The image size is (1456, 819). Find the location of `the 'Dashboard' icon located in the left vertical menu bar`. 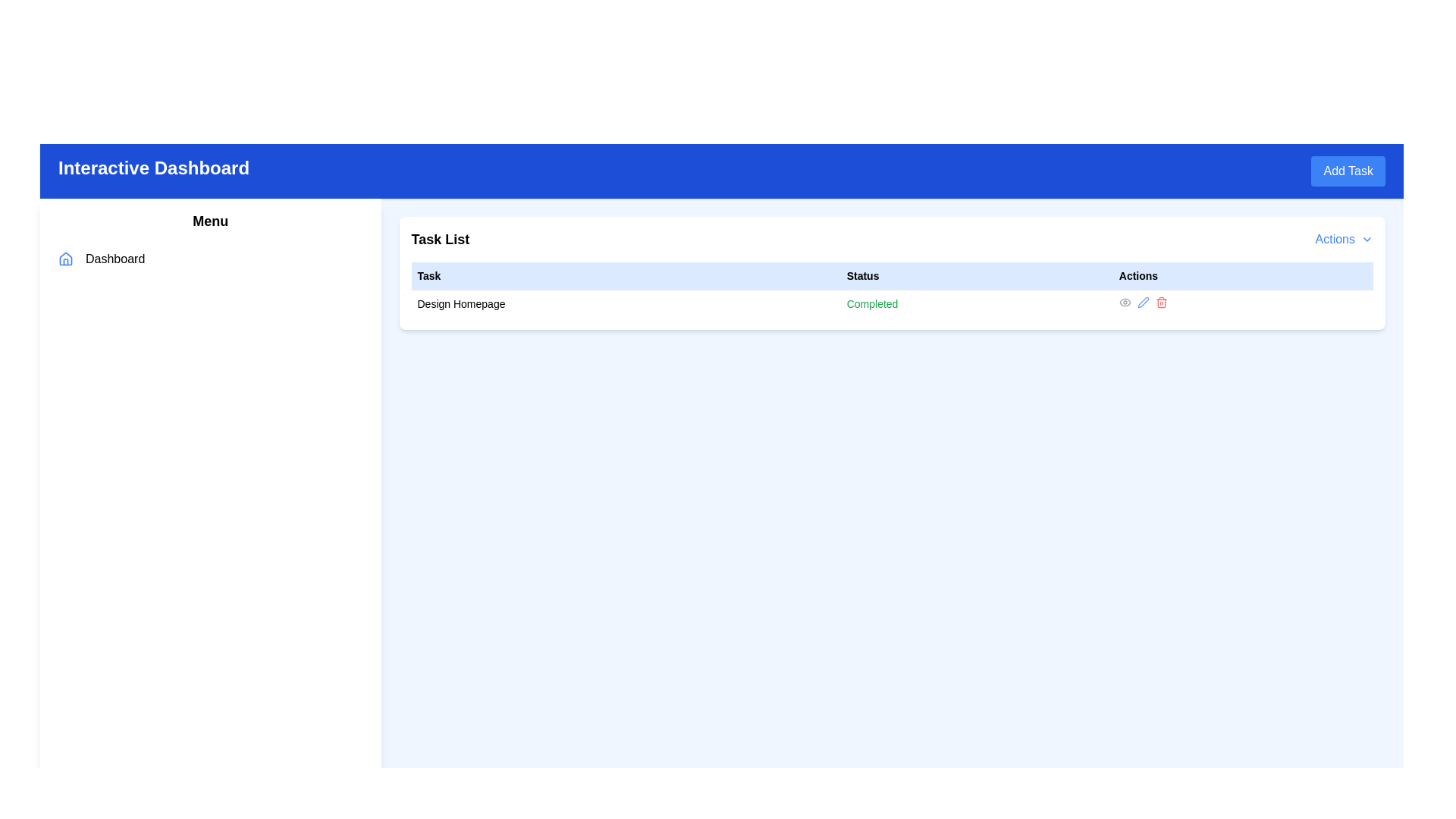

the 'Dashboard' icon located in the left vertical menu bar is located at coordinates (64, 259).